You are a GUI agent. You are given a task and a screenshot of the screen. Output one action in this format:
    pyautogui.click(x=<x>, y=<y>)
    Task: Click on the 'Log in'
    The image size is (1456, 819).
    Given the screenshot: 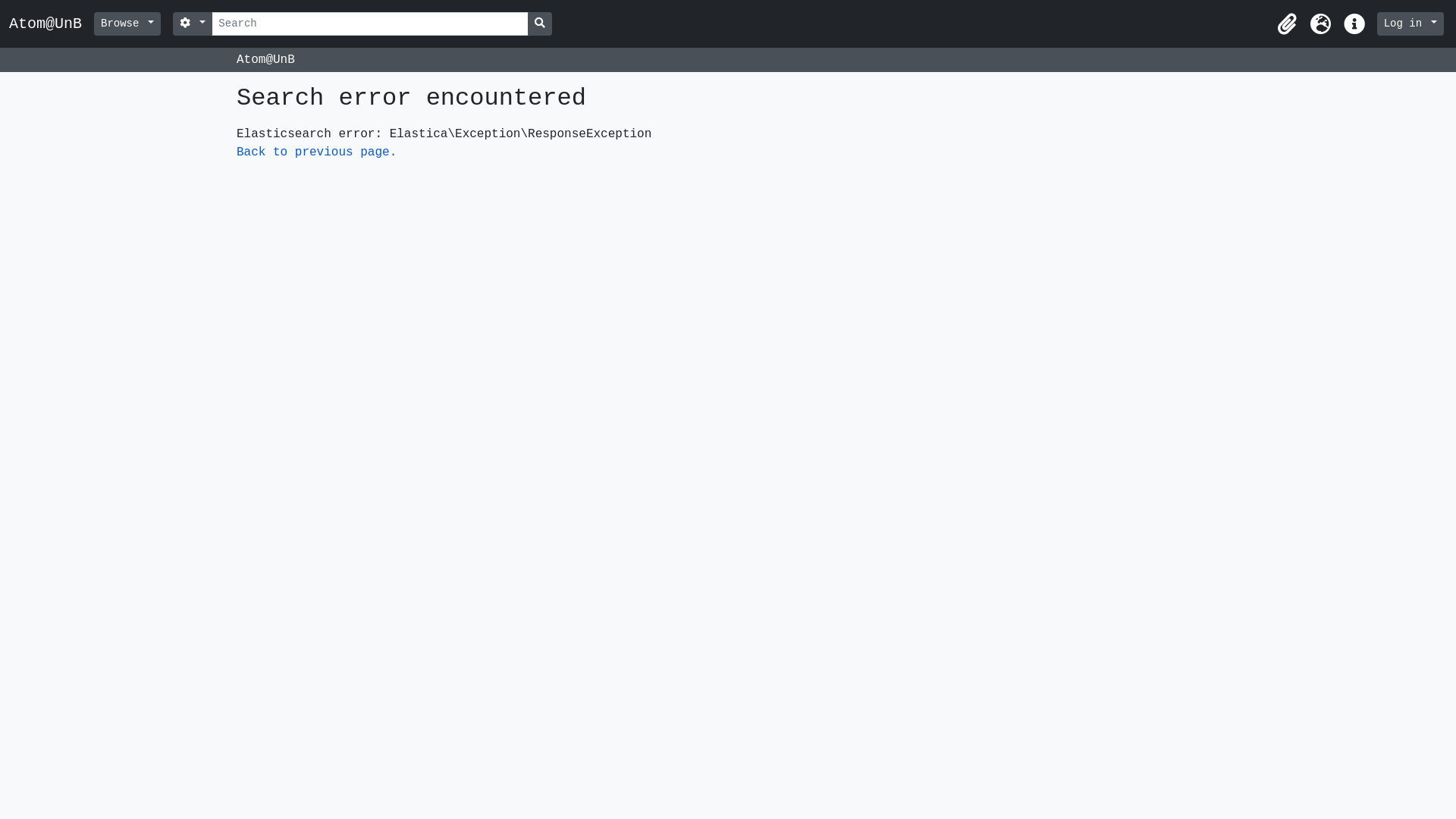 What is the action you would take?
    pyautogui.click(x=1410, y=24)
    